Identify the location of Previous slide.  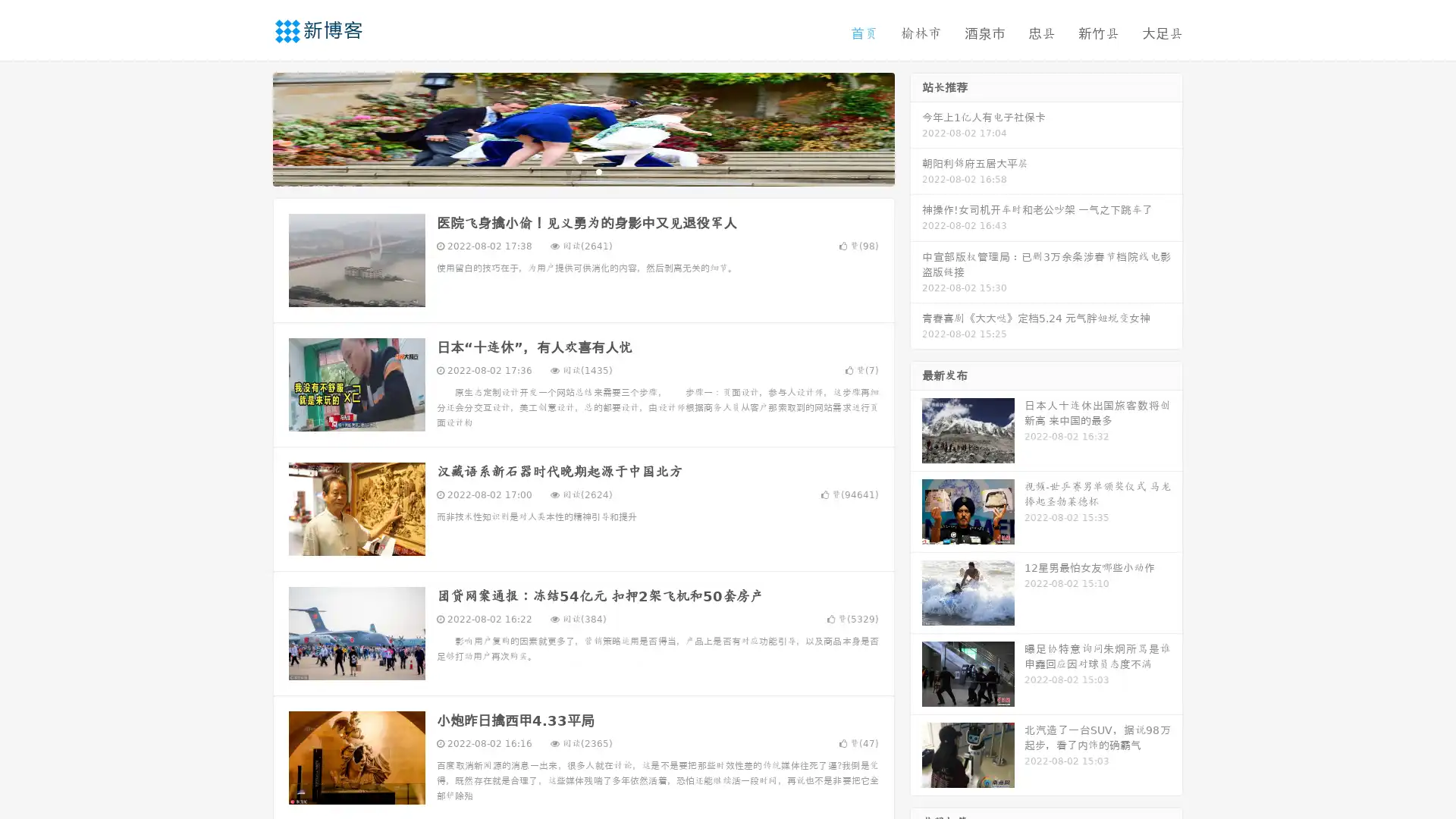
(250, 127).